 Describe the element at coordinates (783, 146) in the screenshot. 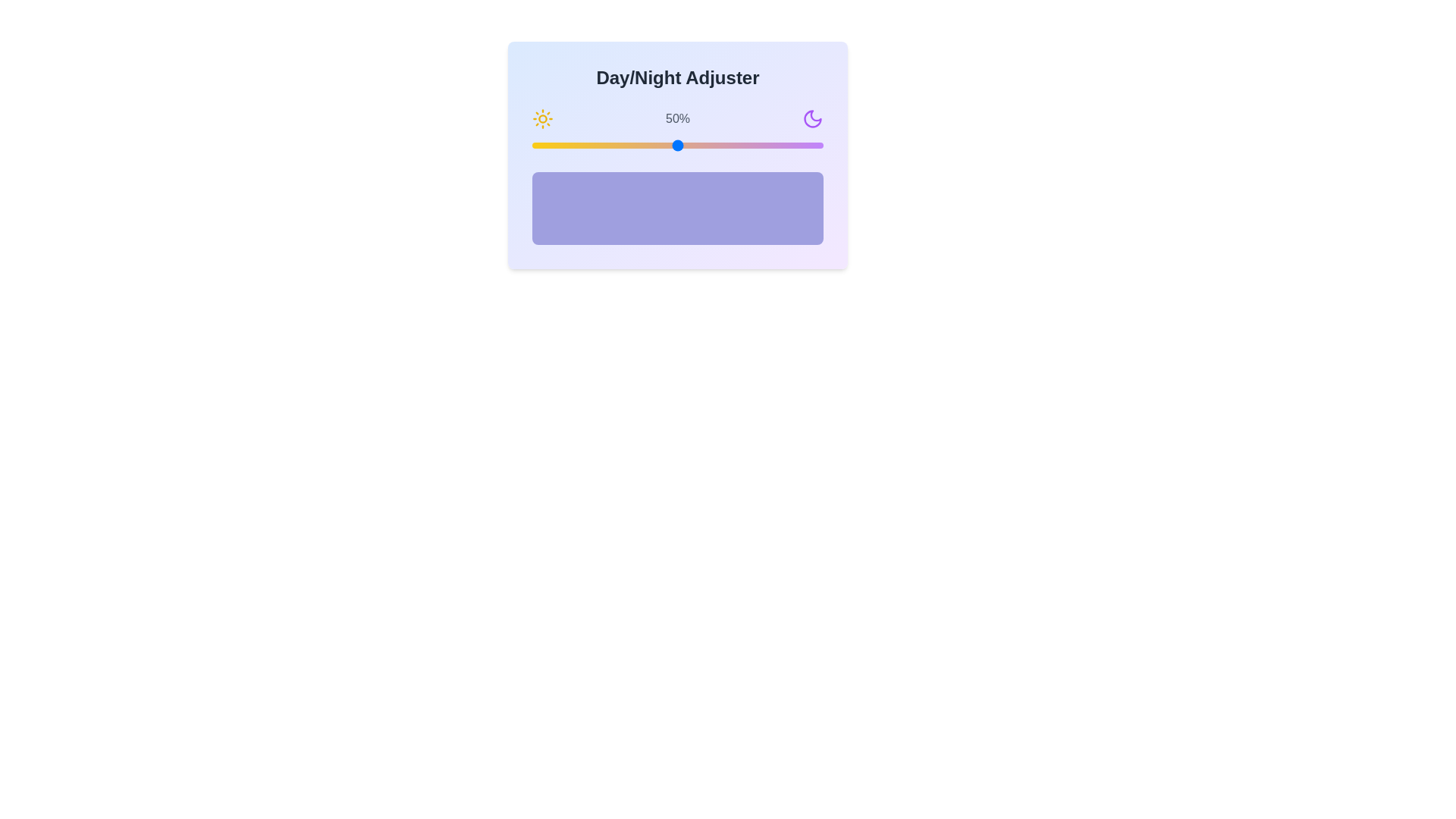

I see `the slider to set the value to 86%` at that location.